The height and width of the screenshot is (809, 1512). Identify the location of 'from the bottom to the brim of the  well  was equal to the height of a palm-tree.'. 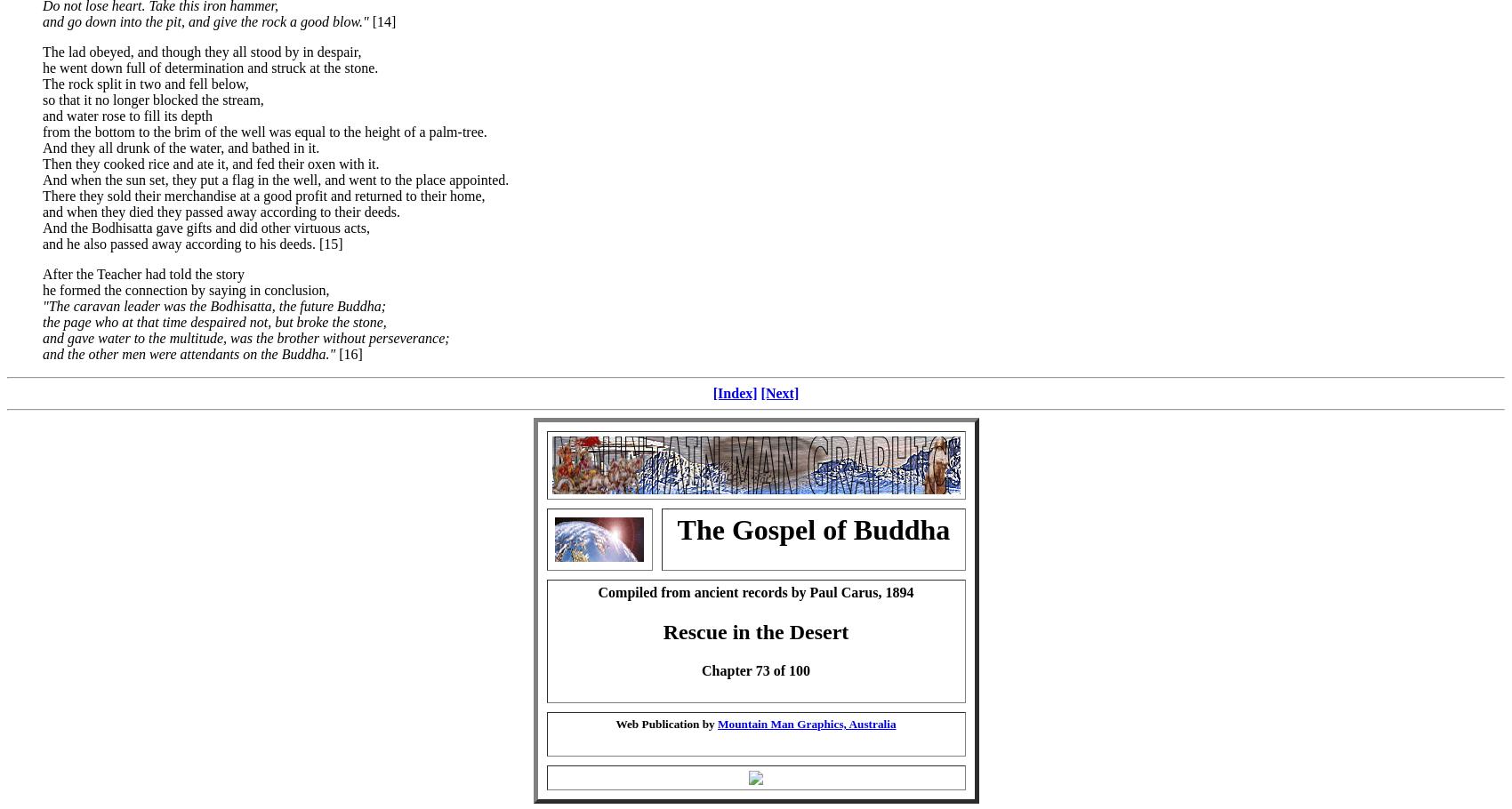
(264, 130).